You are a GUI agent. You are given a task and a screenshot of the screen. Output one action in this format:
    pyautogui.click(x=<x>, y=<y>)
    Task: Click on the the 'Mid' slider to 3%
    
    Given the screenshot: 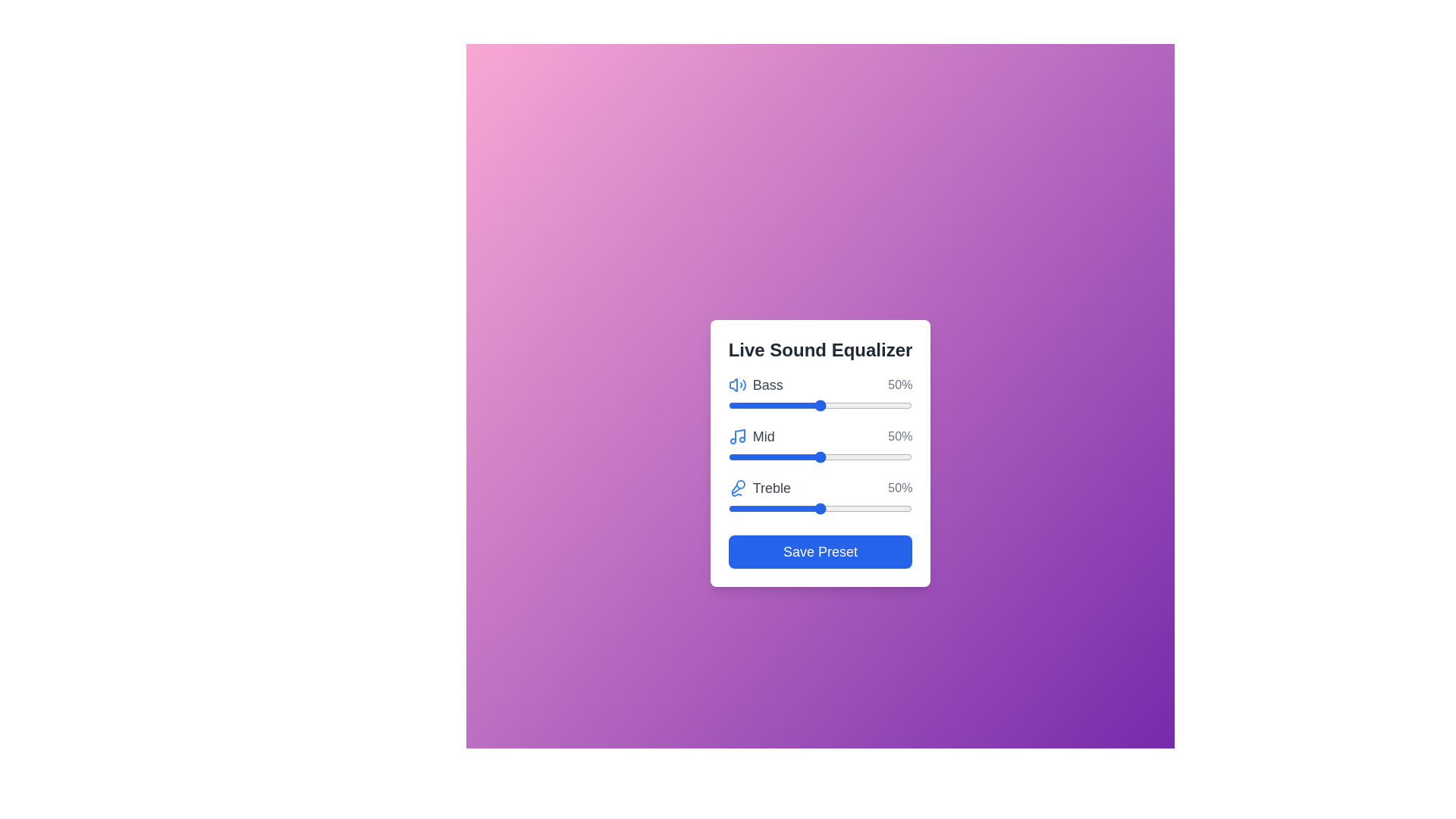 What is the action you would take?
    pyautogui.click(x=733, y=456)
    